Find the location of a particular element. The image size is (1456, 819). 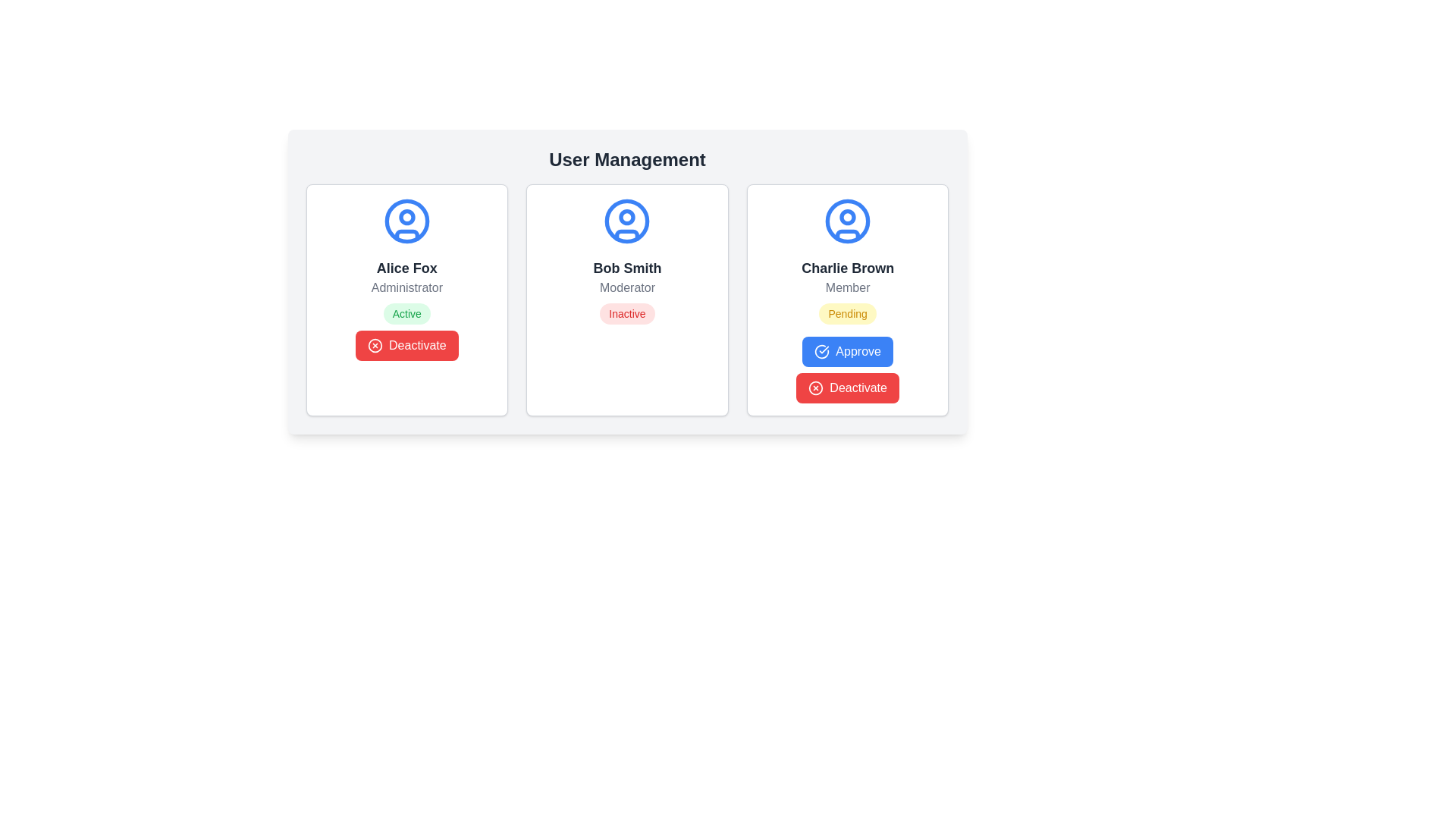

the outermost circular boundary of the 'User' profile icon located in the second card from the left in the 'User Management' interface is located at coordinates (627, 221).